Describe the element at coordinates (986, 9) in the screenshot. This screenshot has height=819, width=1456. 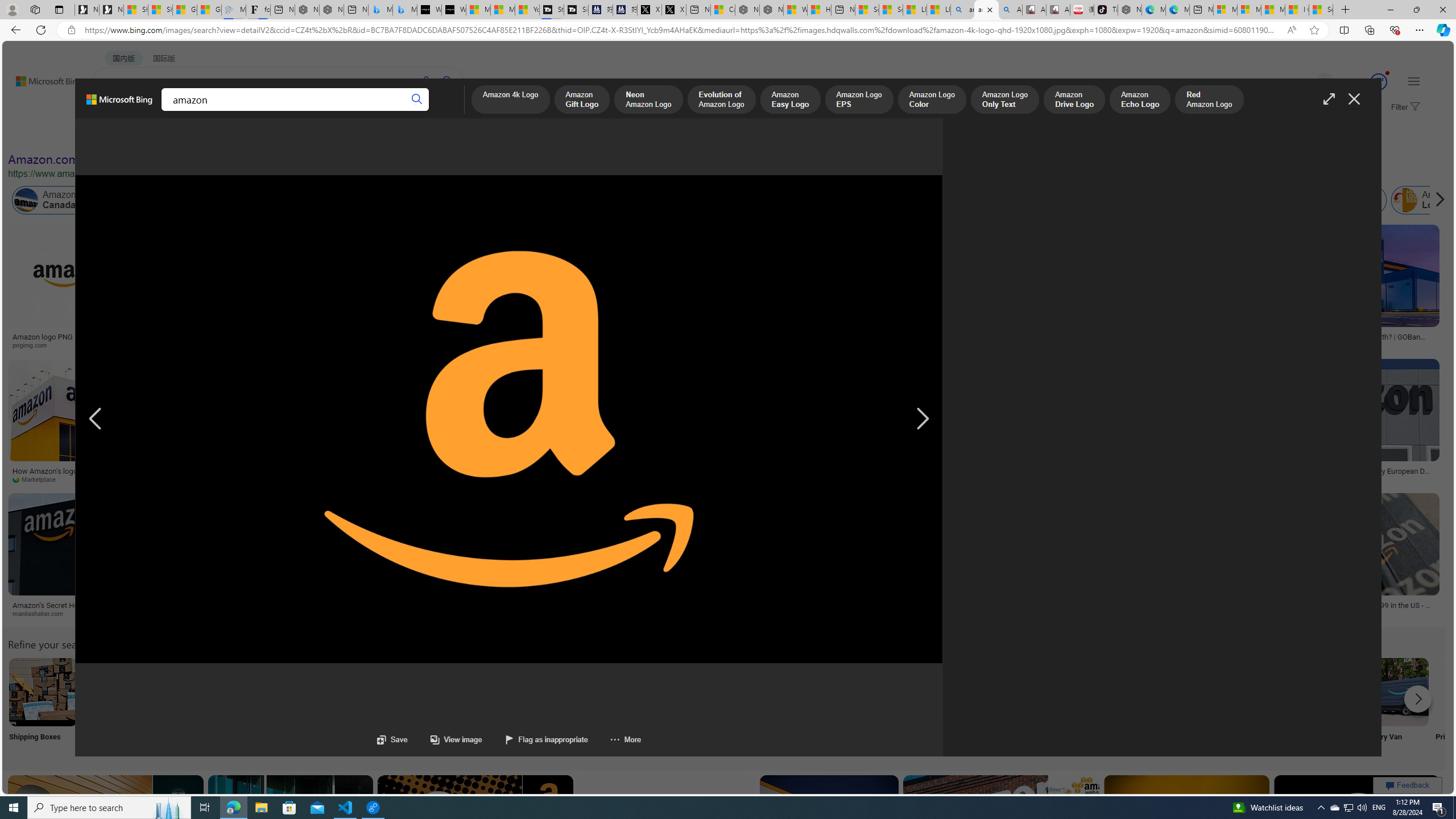
I see `'amazon - Search Images'` at that location.